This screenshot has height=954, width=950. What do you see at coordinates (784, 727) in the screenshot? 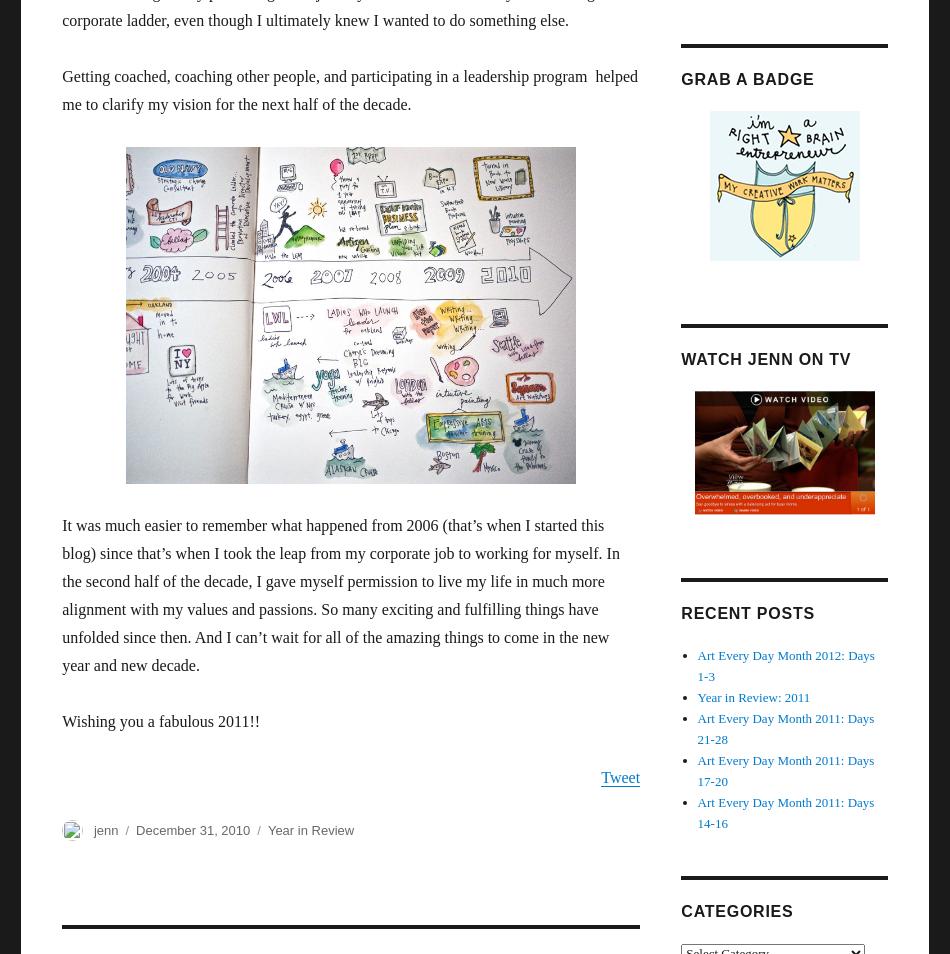
I see `'Art Every Day Month 2011: Days 21-28'` at bounding box center [784, 727].